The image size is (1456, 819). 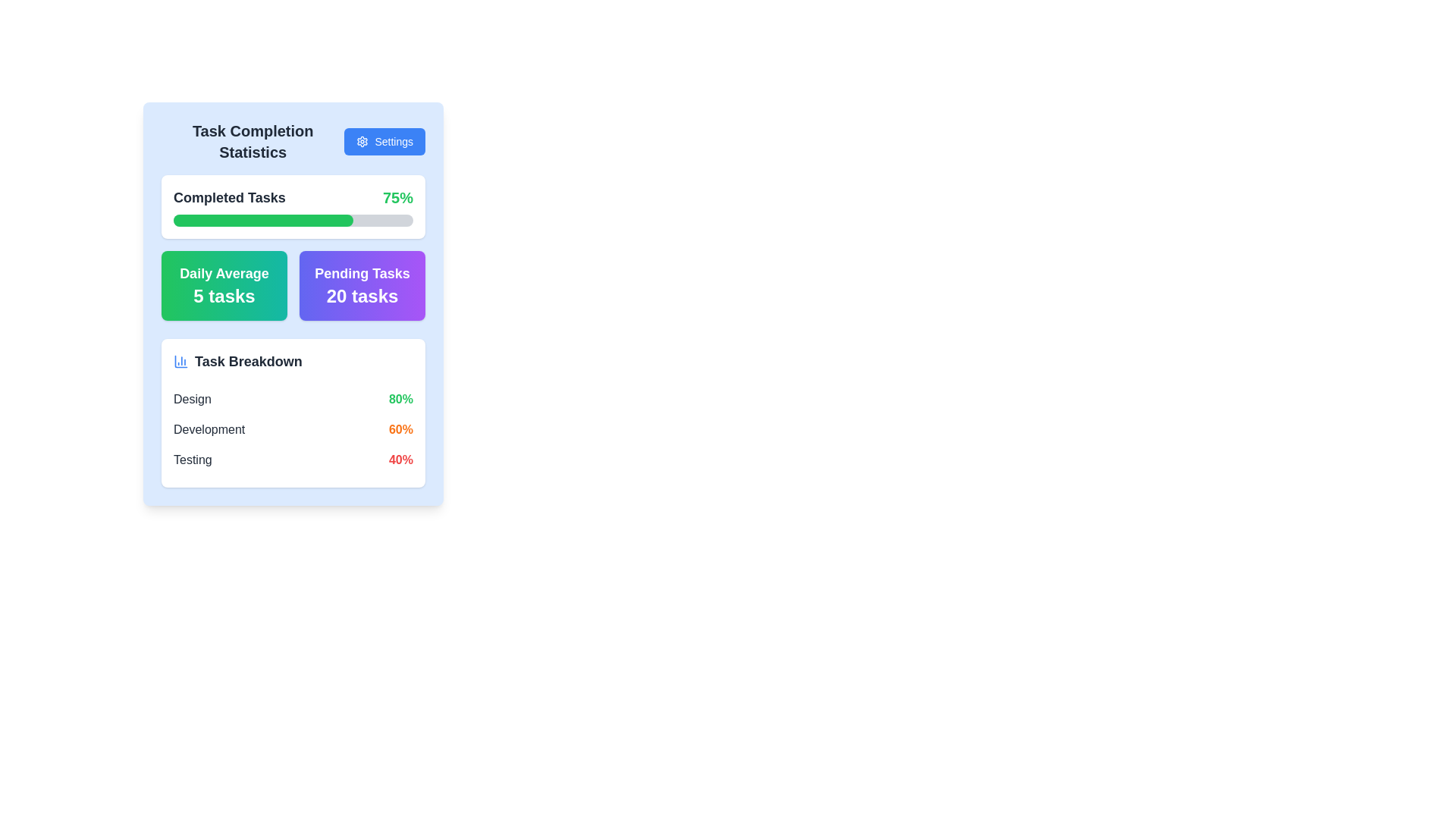 I want to click on title label text located at the top of a white contained area within a larger card, which serves as a header for the task breakdown section, so click(x=293, y=362).